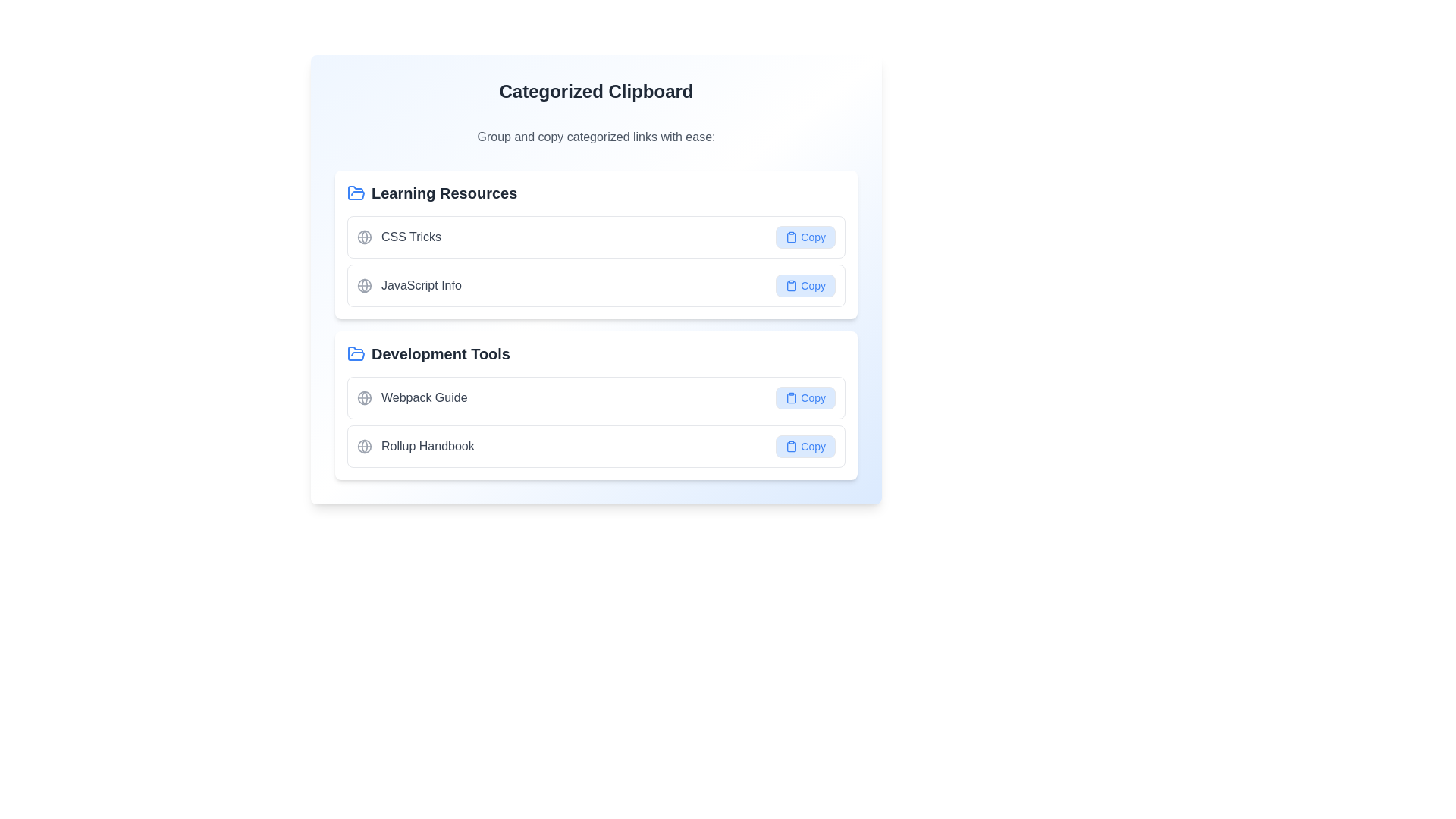 The image size is (1456, 819). What do you see at coordinates (791, 446) in the screenshot?
I see `the decorative 'Copy' icon on the 'Rollup Handbook' button in the 'Development Tools' section to trigger the tooltip or visual feedback` at bounding box center [791, 446].